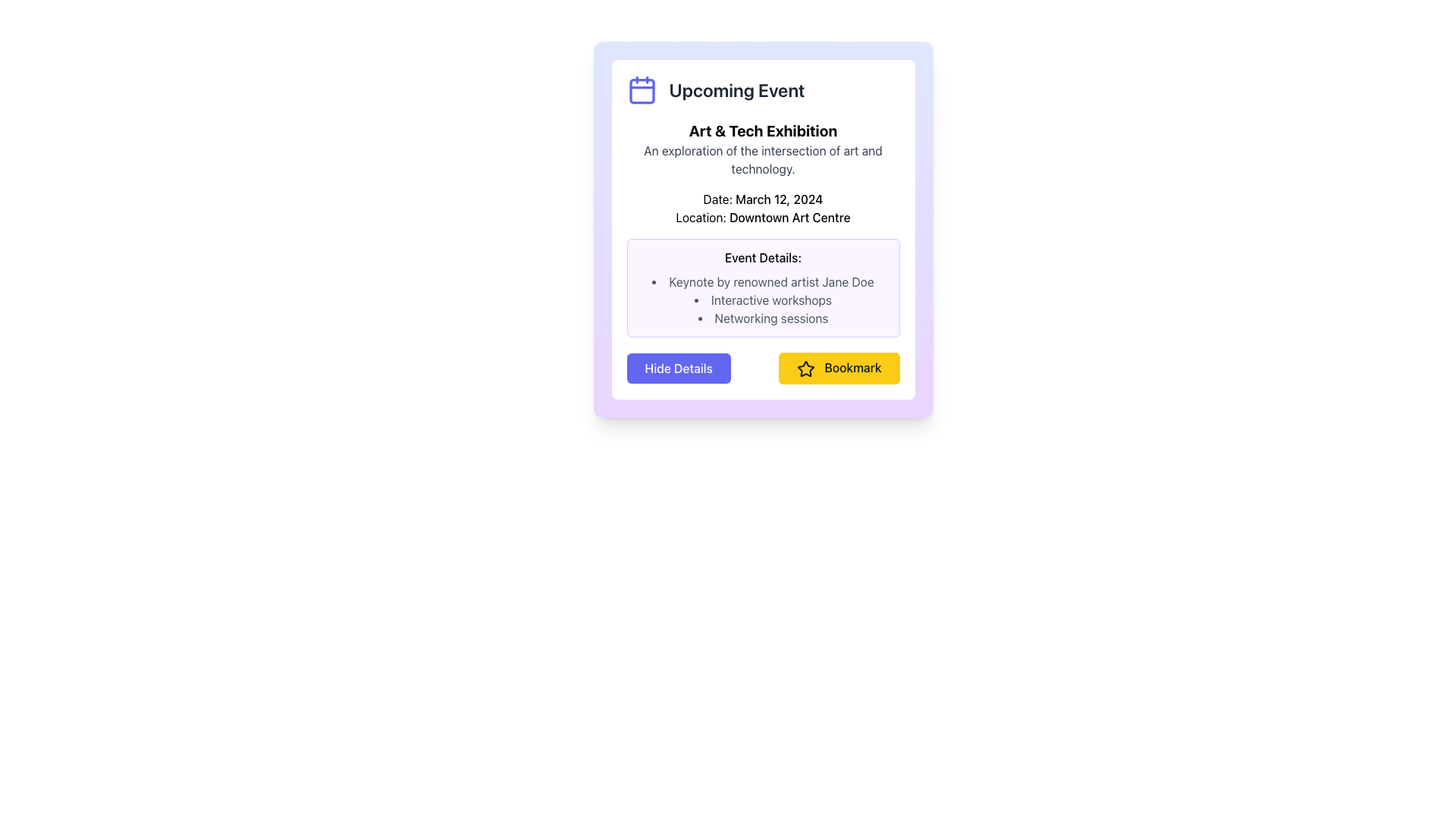  I want to click on the text list component displaying items such as 'Keynote by renowned artist Jane Doe', 'Interactive workshops', and 'Networking sessions', located below the 'Event Details:' title, so click(763, 300).